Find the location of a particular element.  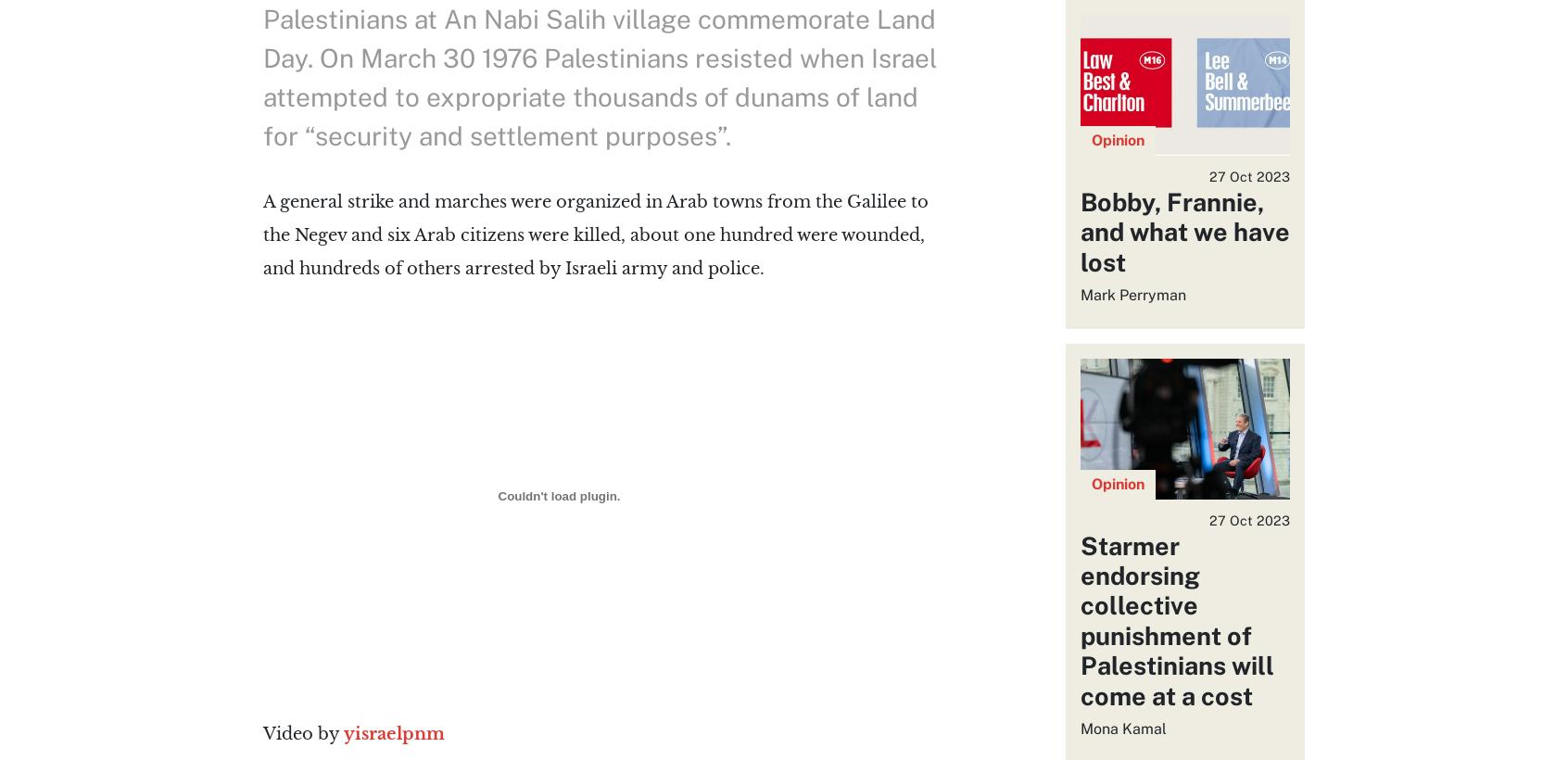

'Palestinians at An Nabi Salih village commemorate Land Day. On March 30 1976 Palestinians resisted when Israel attempted to expropriate thousands of dunams of land for “security and settlement purposes”.' is located at coordinates (599, 77).